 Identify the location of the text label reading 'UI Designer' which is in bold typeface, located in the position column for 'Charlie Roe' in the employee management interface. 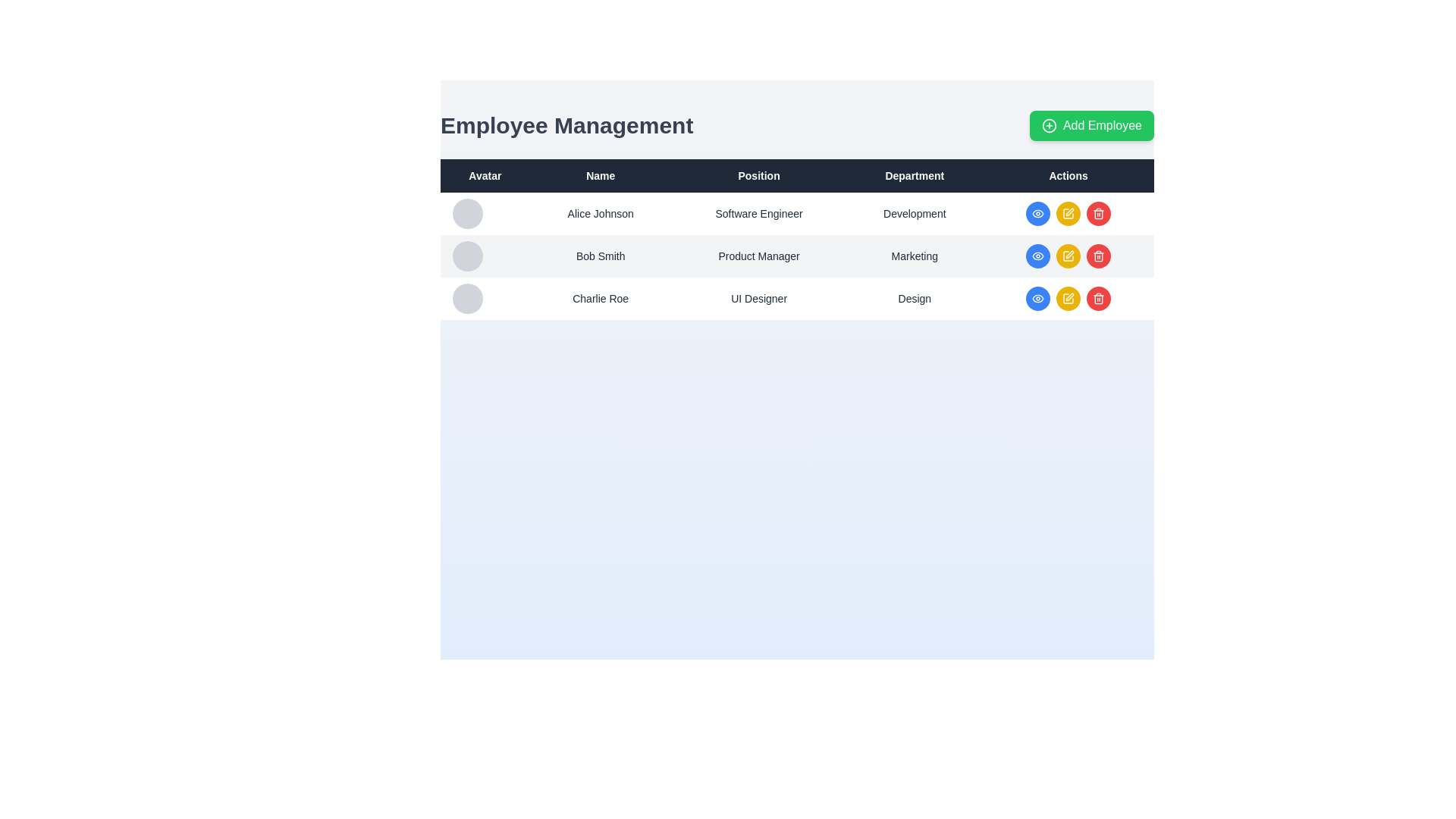
(759, 298).